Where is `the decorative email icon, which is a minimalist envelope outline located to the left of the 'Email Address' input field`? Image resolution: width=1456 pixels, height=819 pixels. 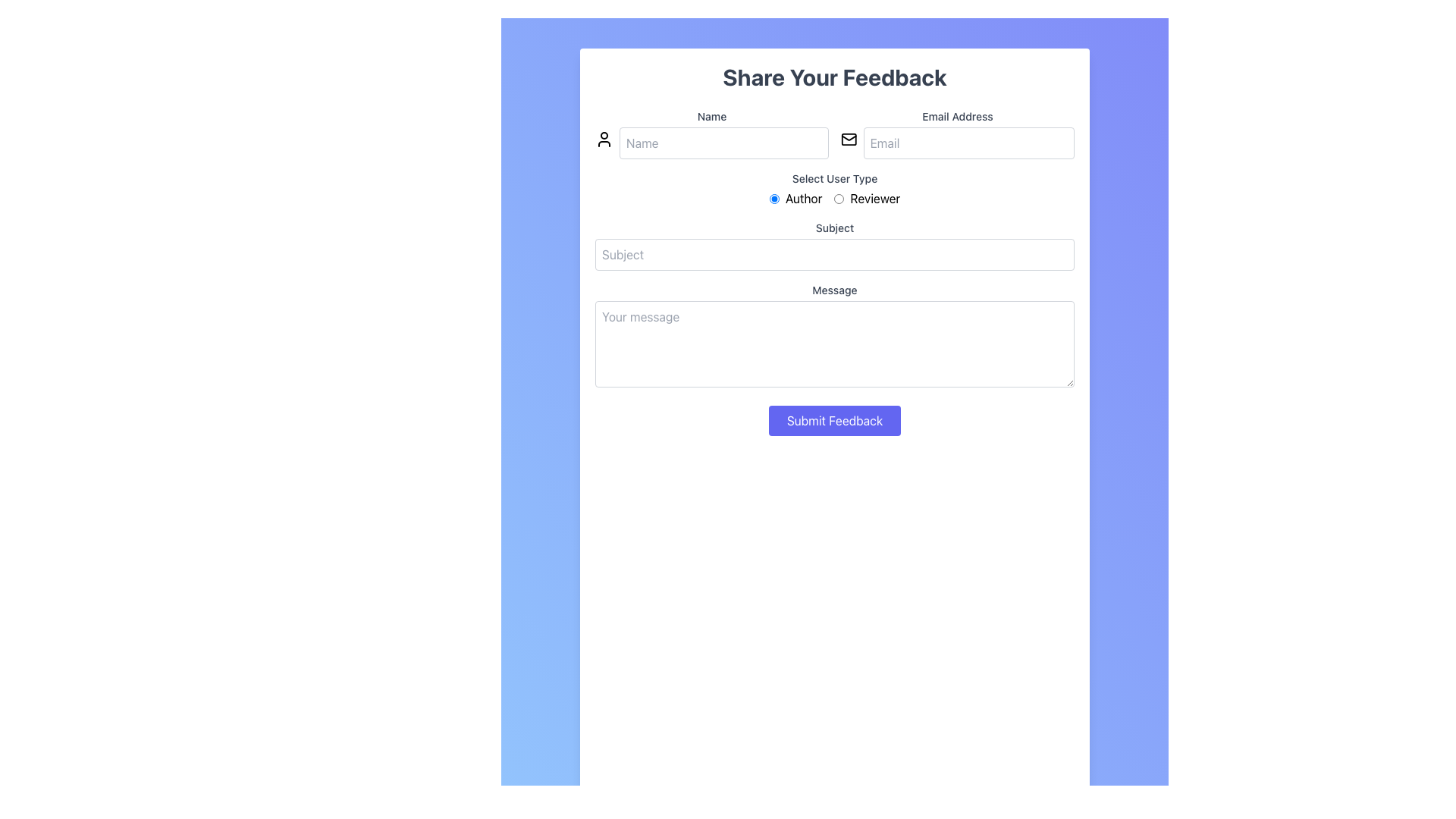 the decorative email icon, which is a minimalist envelope outline located to the left of the 'Email Address' input field is located at coordinates (848, 140).